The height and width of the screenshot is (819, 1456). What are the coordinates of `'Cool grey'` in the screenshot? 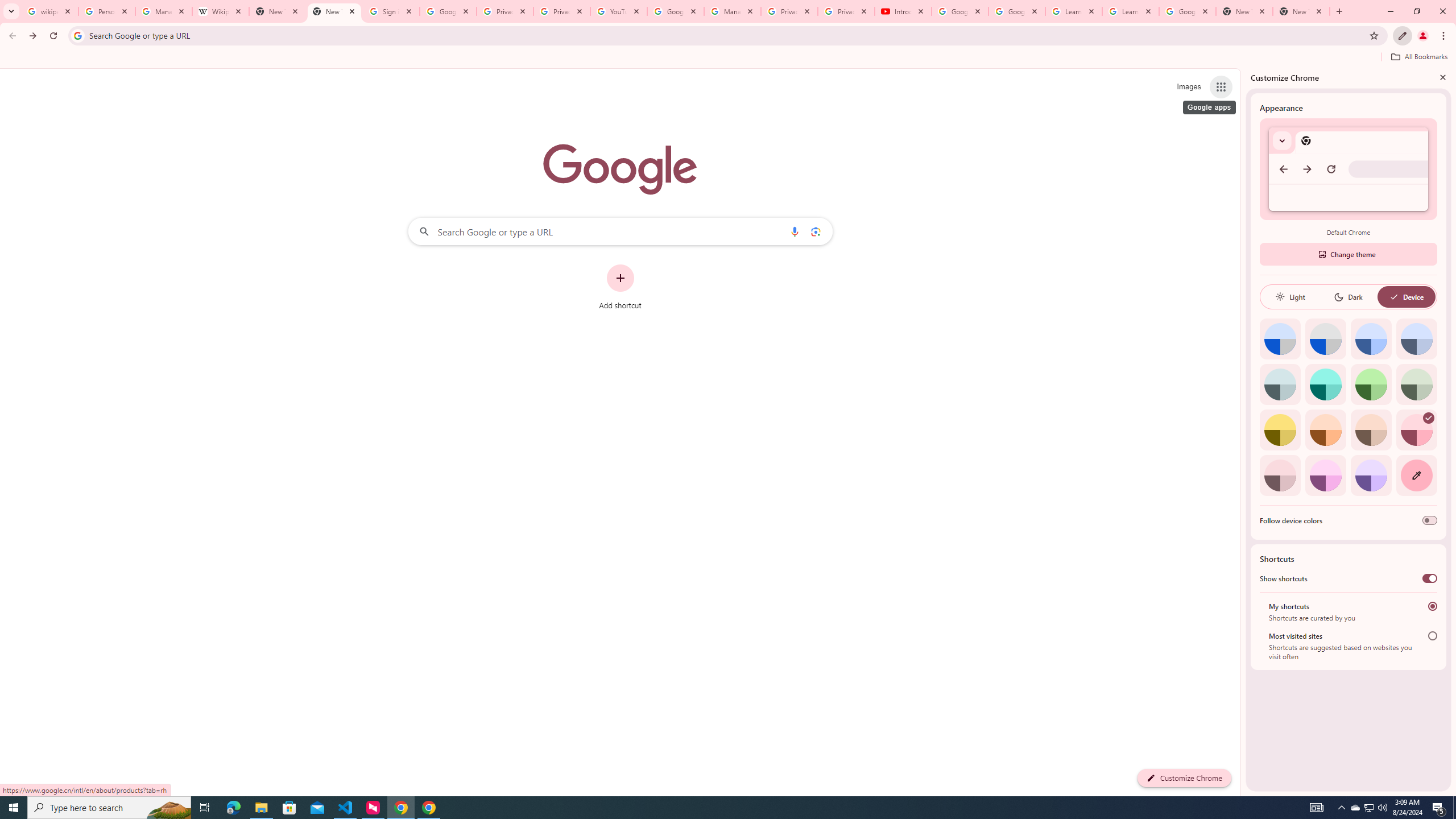 It's located at (1416, 338).